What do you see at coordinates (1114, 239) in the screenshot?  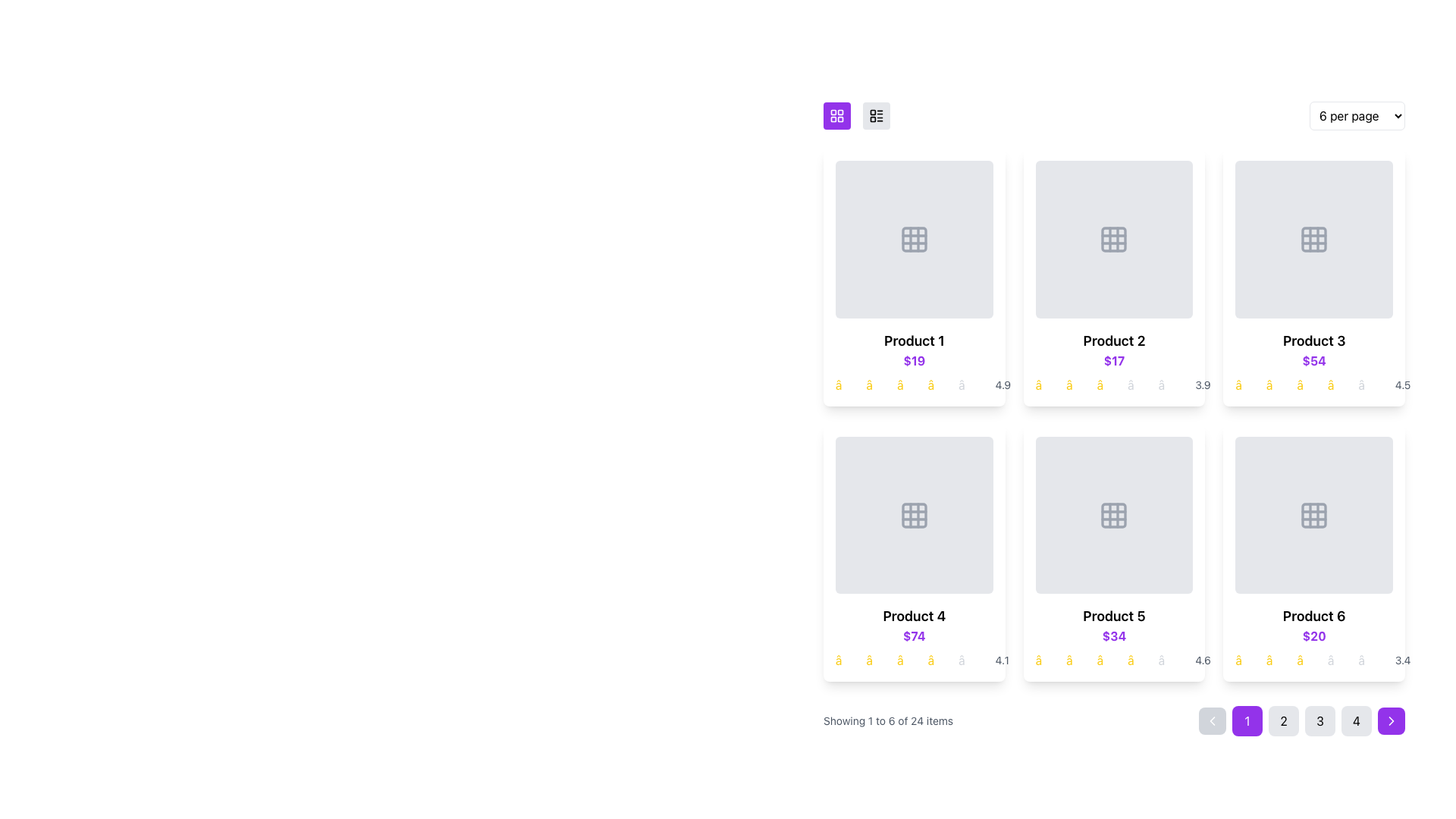 I see `the 3x3 grid icon that is gray in color and located above the 'Product 2' text within a card layout` at bounding box center [1114, 239].